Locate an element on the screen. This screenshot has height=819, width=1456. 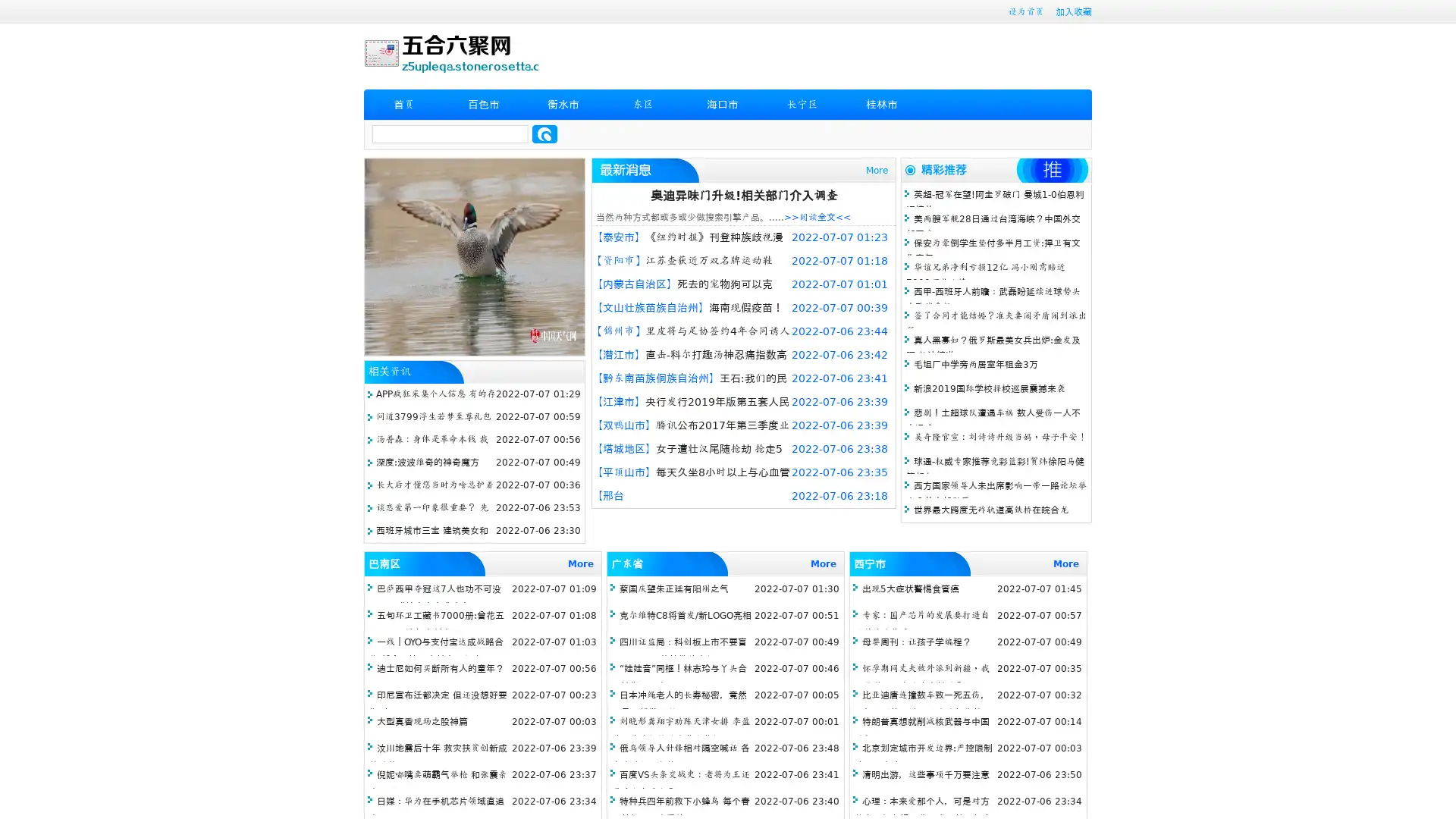
Search is located at coordinates (544, 133).